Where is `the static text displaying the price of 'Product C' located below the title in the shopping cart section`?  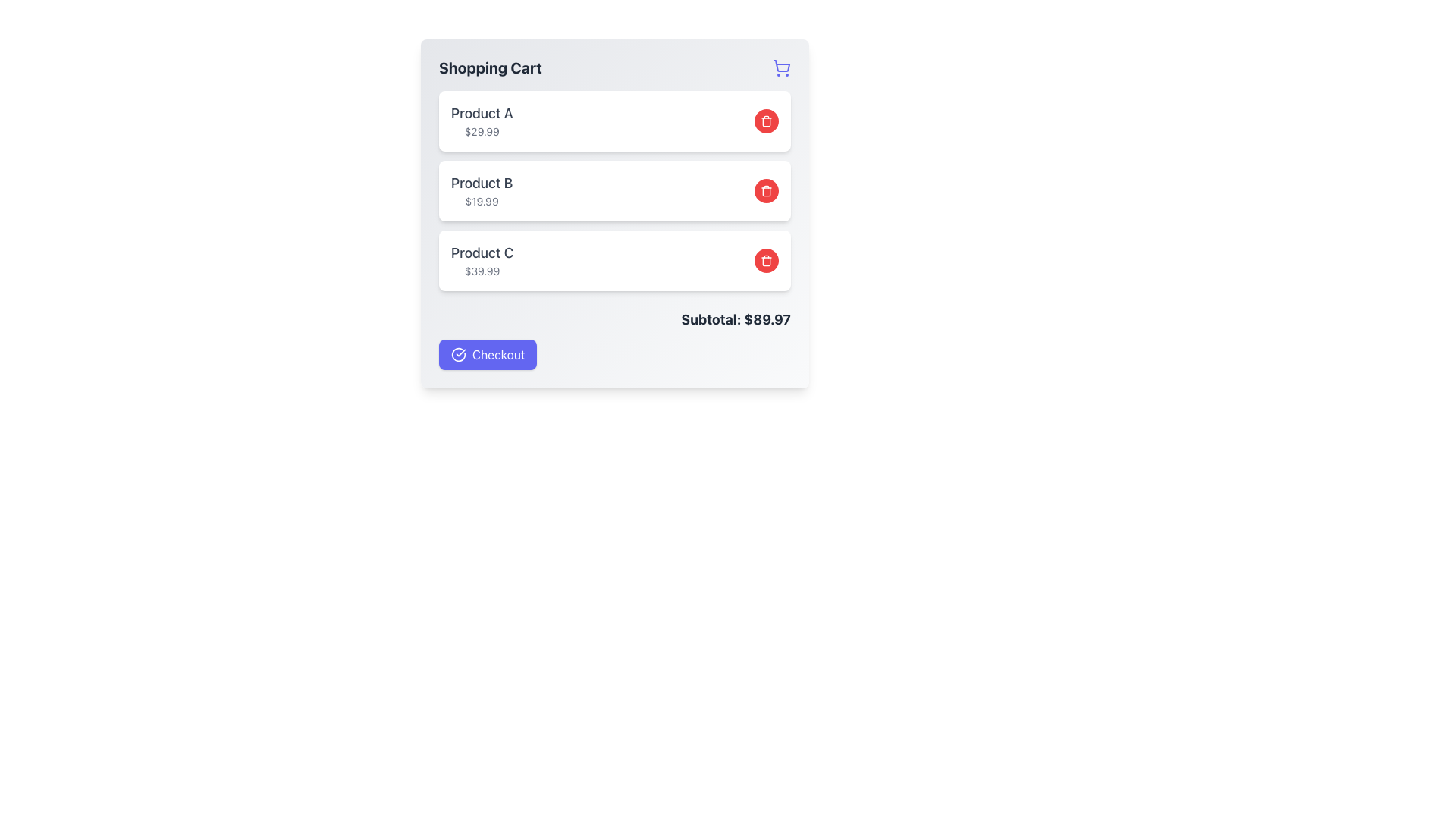
the static text displaying the price of 'Product C' located below the title in the shopping cart section is located at coordinates (482, 271).